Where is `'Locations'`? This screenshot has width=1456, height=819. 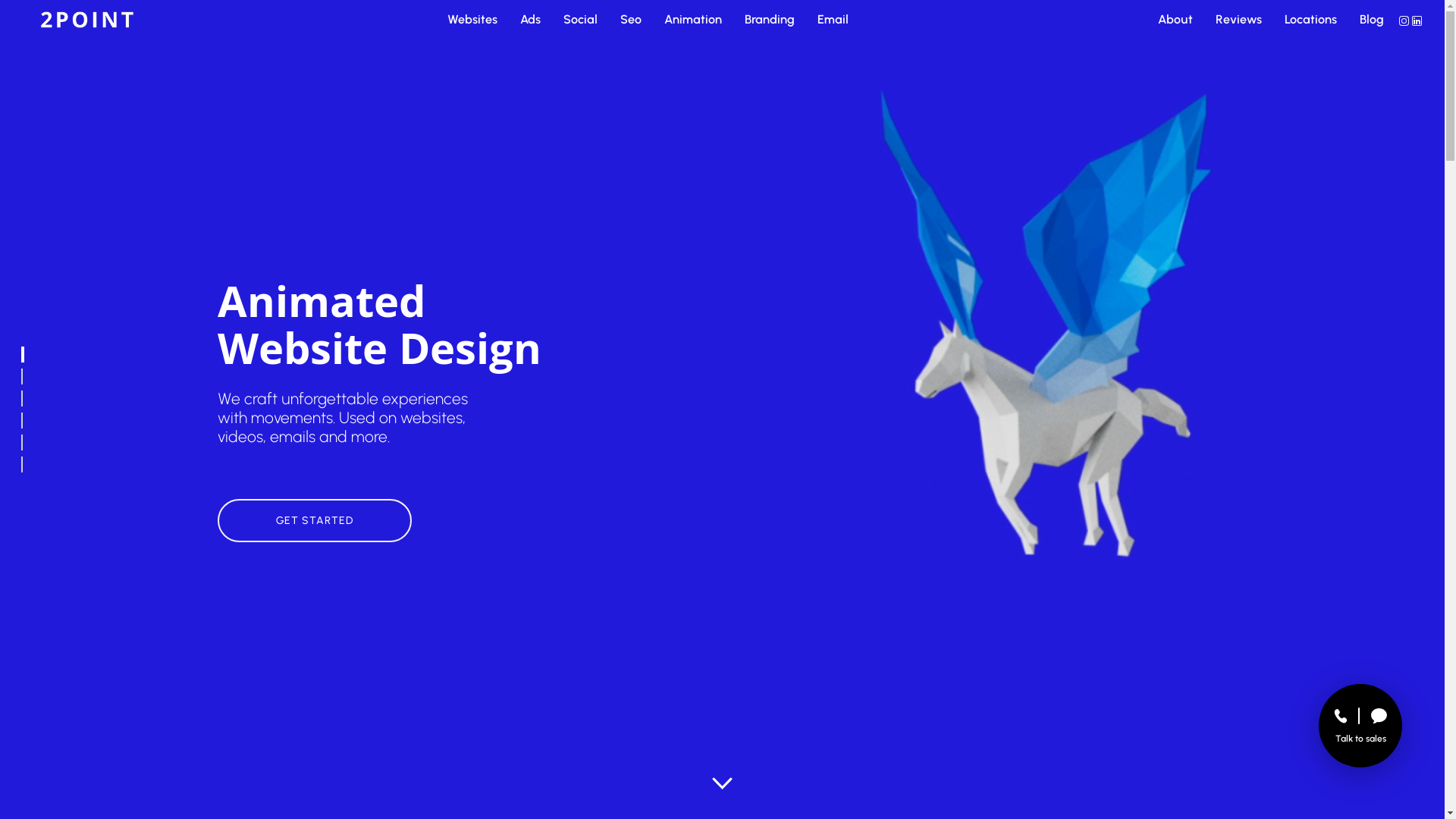 'Locations' is located at coordinates (1284, 19).